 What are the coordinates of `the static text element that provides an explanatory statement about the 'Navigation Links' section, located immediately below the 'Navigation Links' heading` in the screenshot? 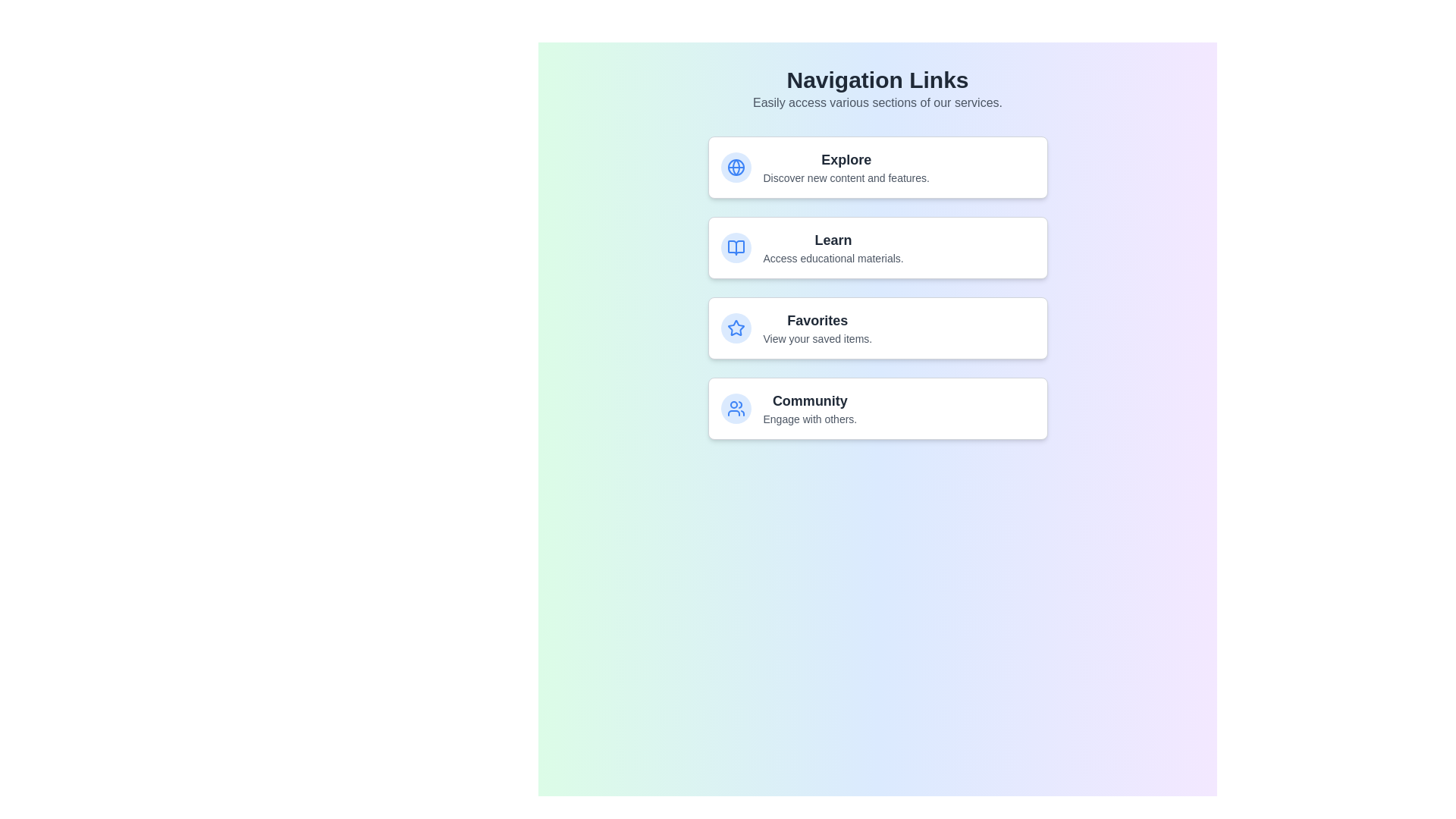 It's located at (877, 102).